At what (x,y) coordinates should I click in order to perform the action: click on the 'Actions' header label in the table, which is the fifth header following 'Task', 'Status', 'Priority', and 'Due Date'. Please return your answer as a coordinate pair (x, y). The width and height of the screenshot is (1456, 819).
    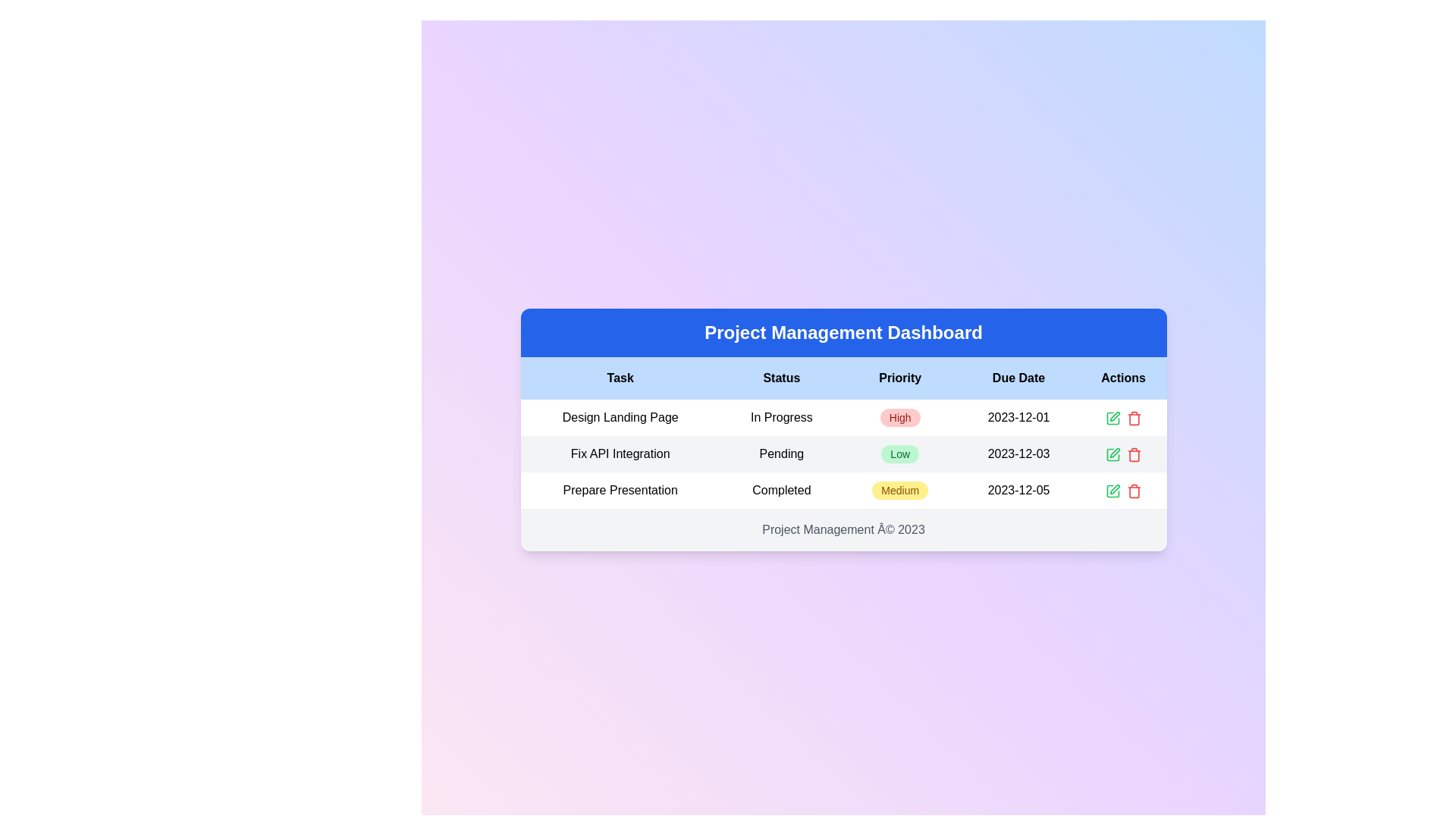
    Looking at the image, I should click on (1123, 377).